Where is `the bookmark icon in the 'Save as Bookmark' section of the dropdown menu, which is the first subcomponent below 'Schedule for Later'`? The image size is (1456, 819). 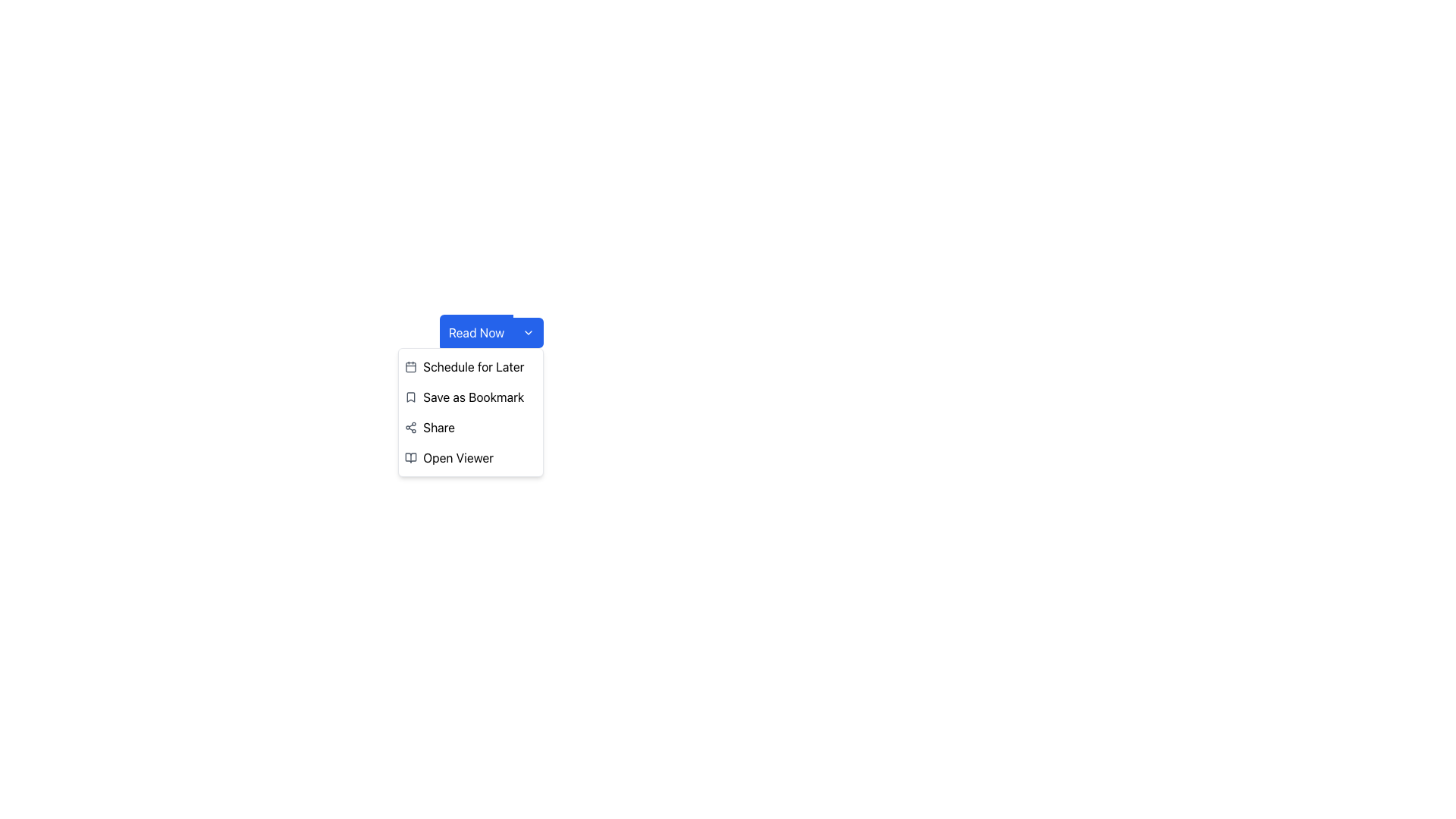
the bookmark icon in the 'Save as Bookmark' section of the dropdown menu, which is the first subcomponent below 'Schedule for Later' is located at coordinates (411, 397).